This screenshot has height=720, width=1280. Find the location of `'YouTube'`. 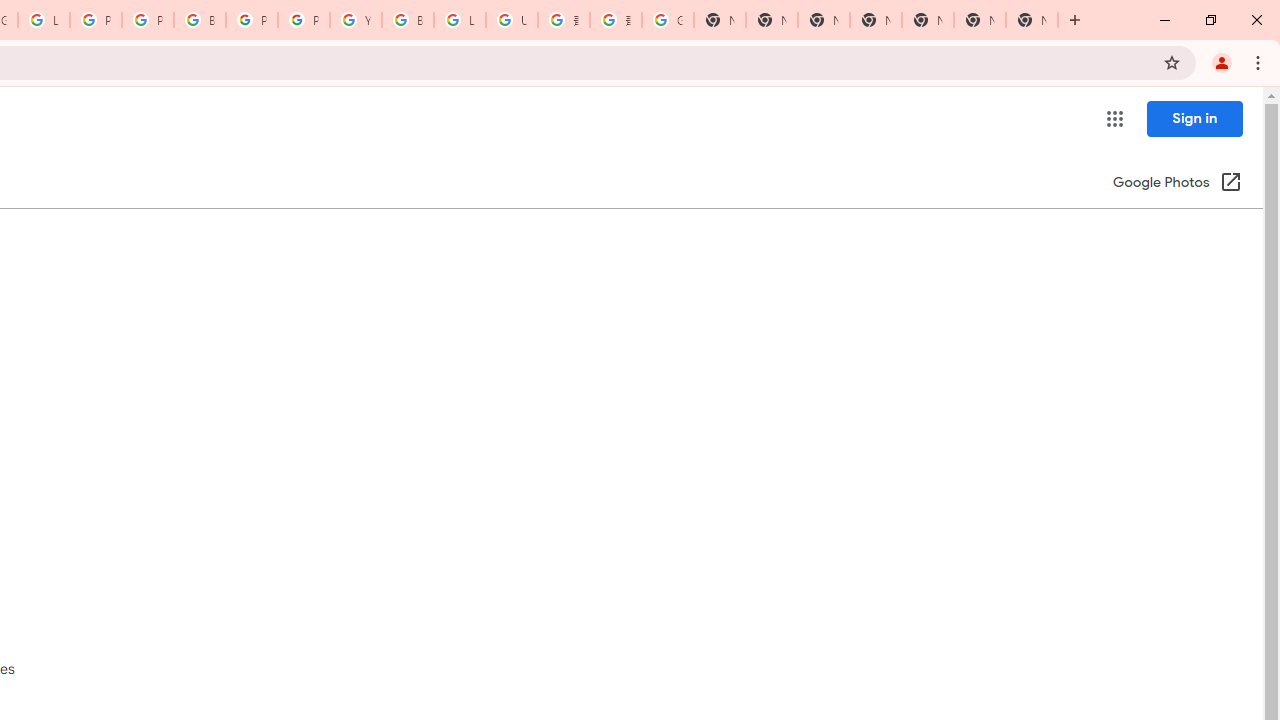

'YouTube' is located at coordinates (355, 20).